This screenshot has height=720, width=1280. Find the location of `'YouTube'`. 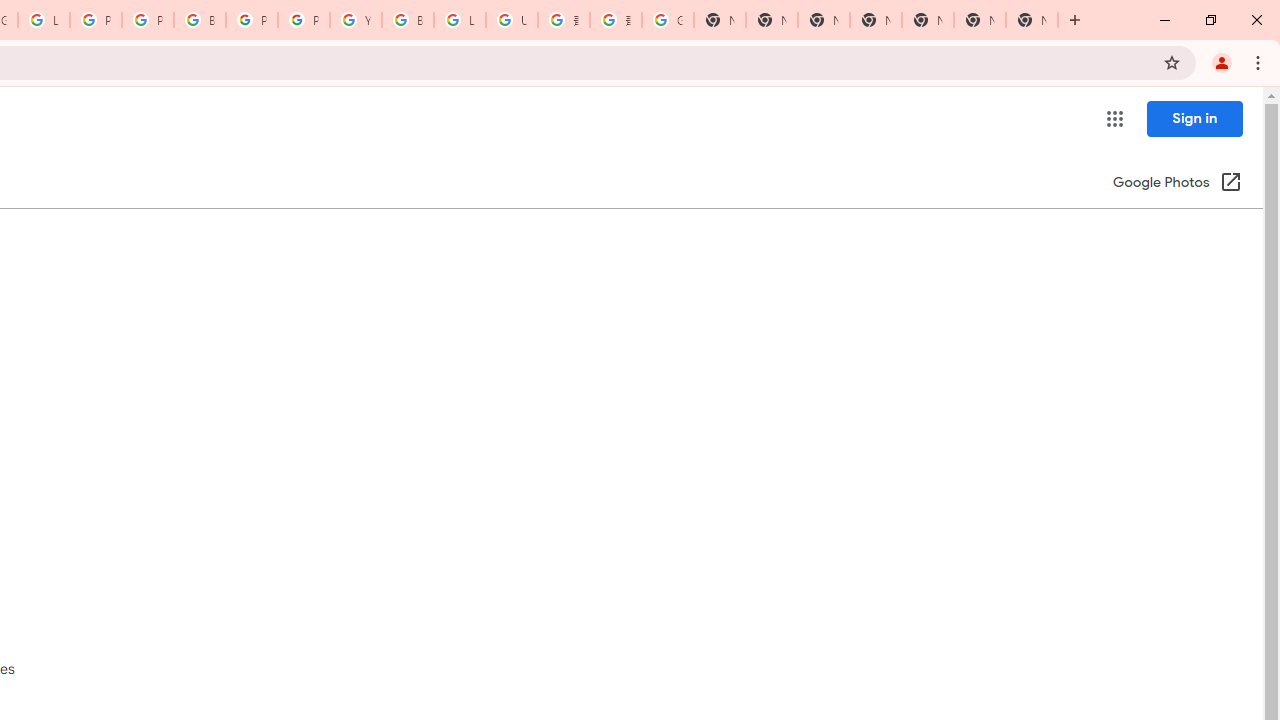

'YouTube' is located at coordinates (355, 20).